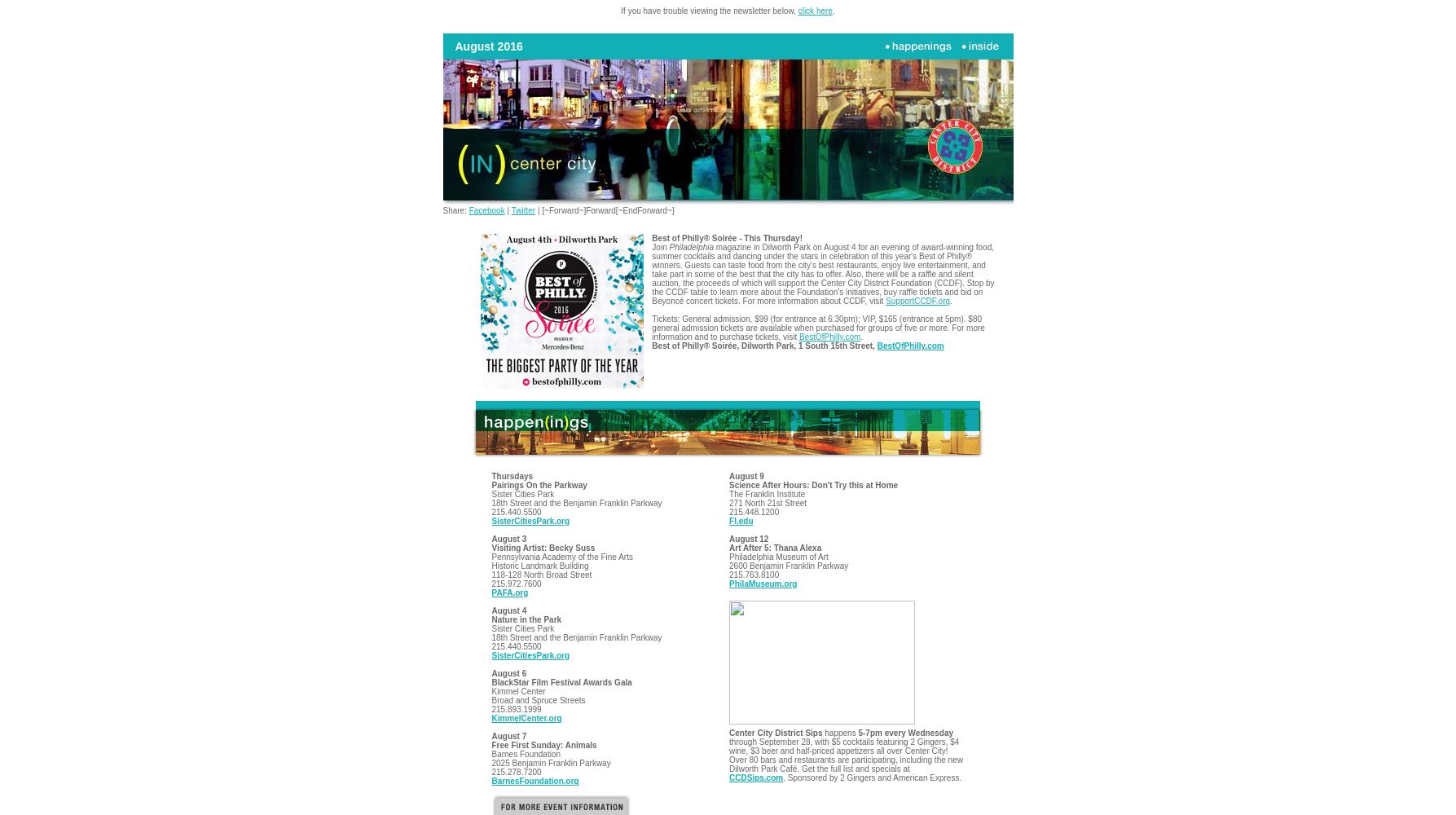  I want to click on 'Historic Landmark Building', so click(539, 565).